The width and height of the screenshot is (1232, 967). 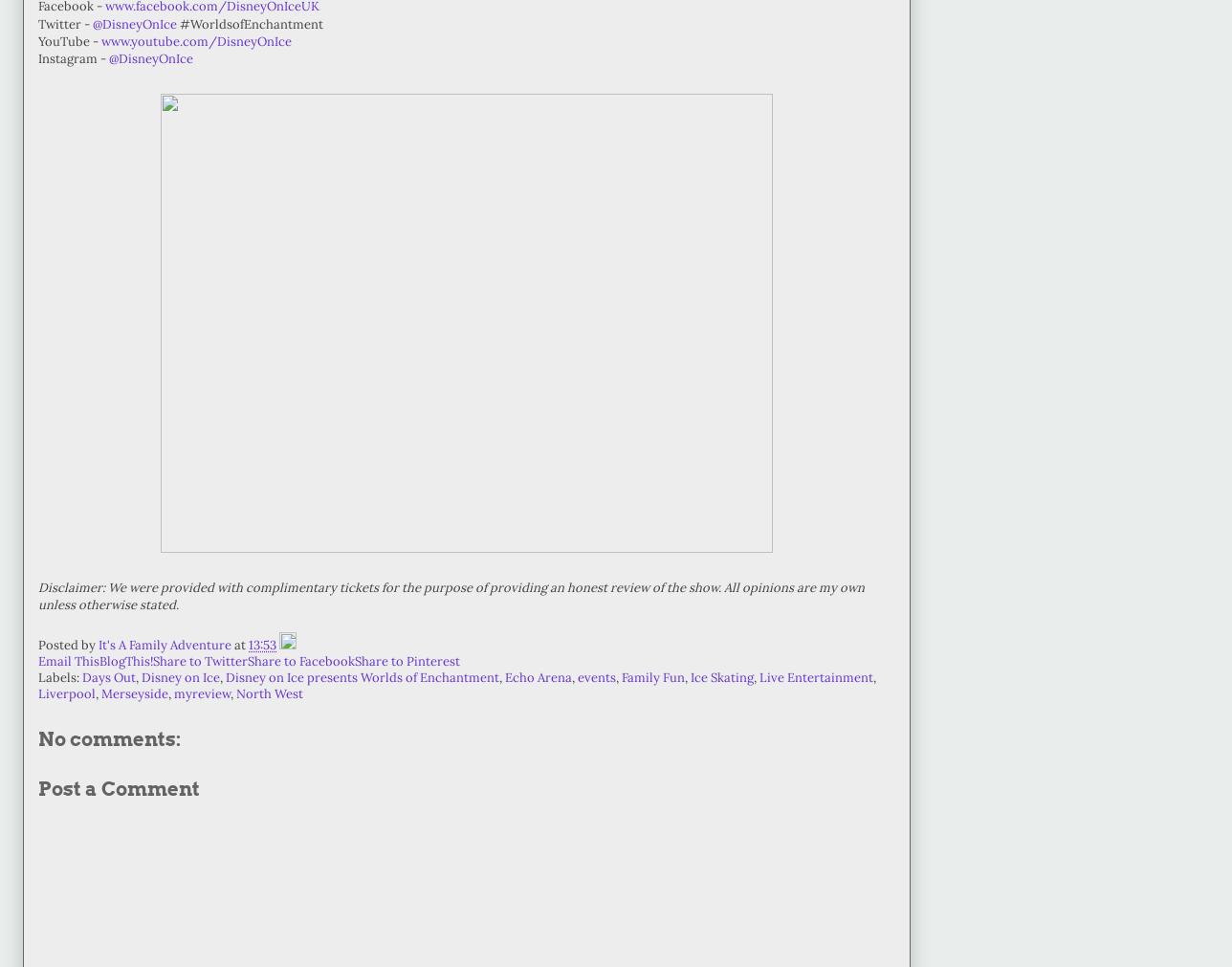 I want to click on 'Disney on Ice presents Worlds of Enchantment', so click(x=225, y=676).